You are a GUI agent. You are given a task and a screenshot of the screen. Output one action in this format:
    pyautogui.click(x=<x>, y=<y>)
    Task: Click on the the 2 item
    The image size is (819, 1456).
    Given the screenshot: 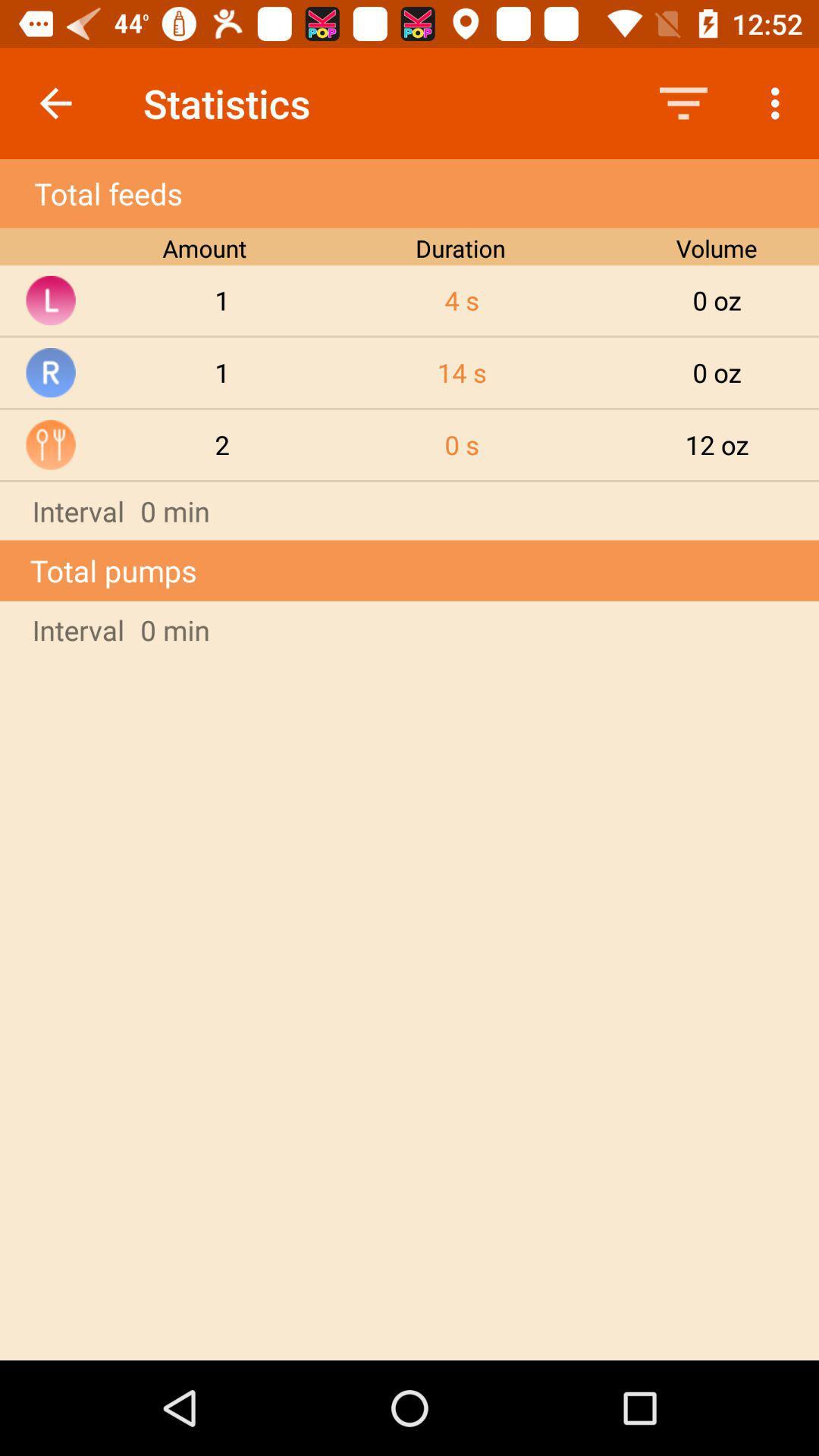 What is the action you would take?
    pyautogui.click(x=222, y=444)
    